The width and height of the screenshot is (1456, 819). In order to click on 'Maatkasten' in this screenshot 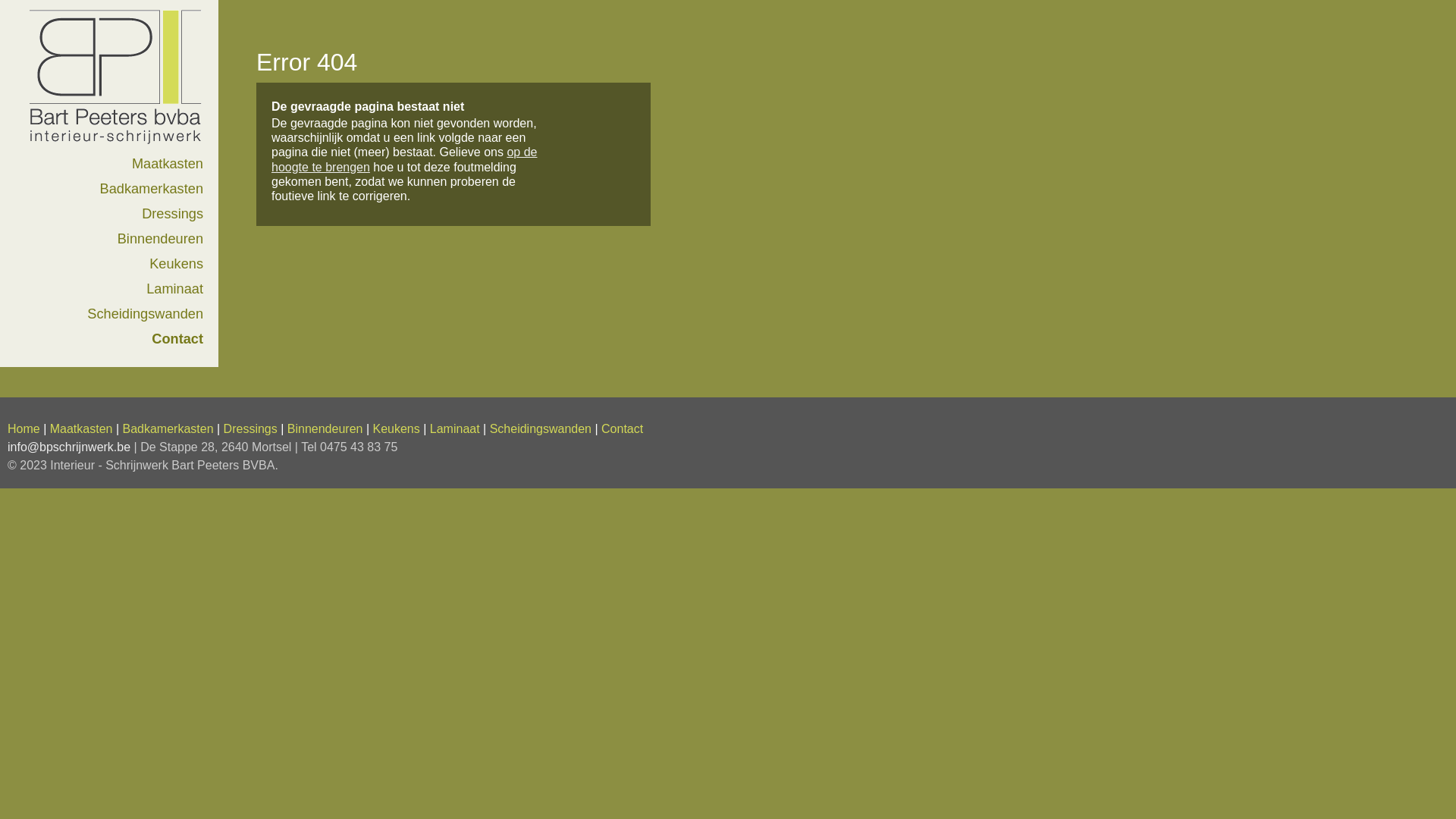, I will do `click(167, 164)`.